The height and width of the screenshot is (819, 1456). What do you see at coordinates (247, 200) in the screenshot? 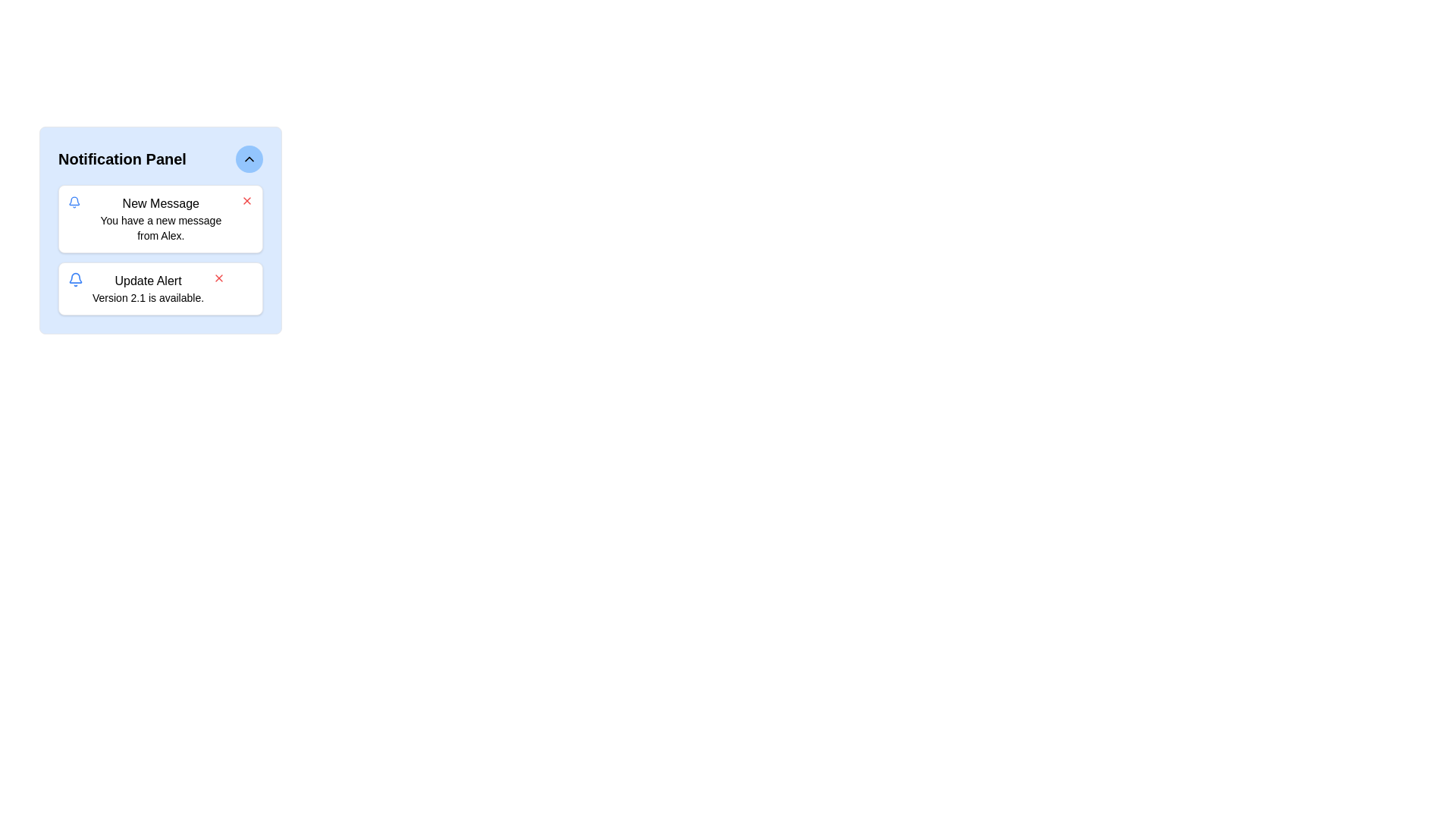
I see `the dismiss button located at the top right corner of the 'New Message' notification card` at bounding box center [247, 200].